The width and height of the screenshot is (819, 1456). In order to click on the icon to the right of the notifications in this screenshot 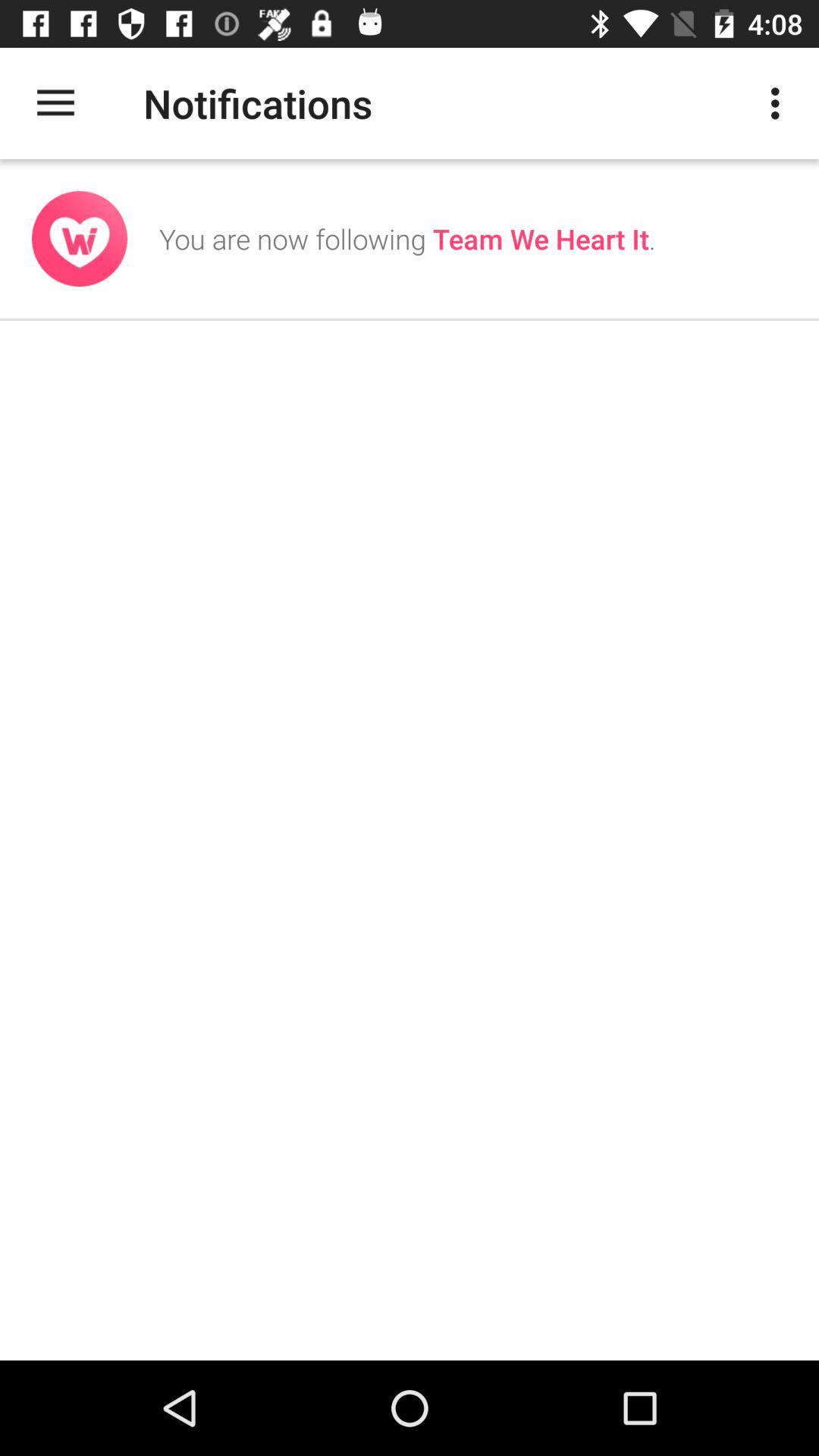, I will do `click(779, 102)`.